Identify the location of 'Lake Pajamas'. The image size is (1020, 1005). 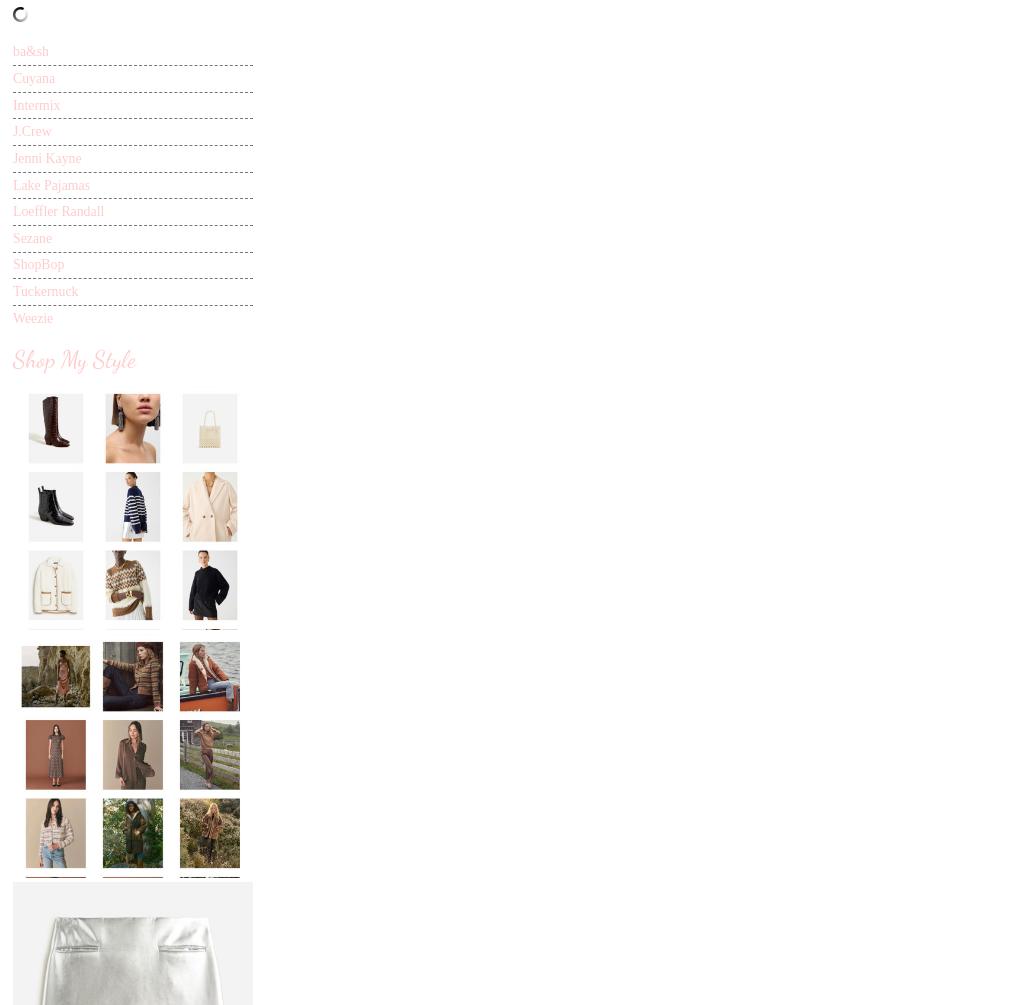
(51, 183).